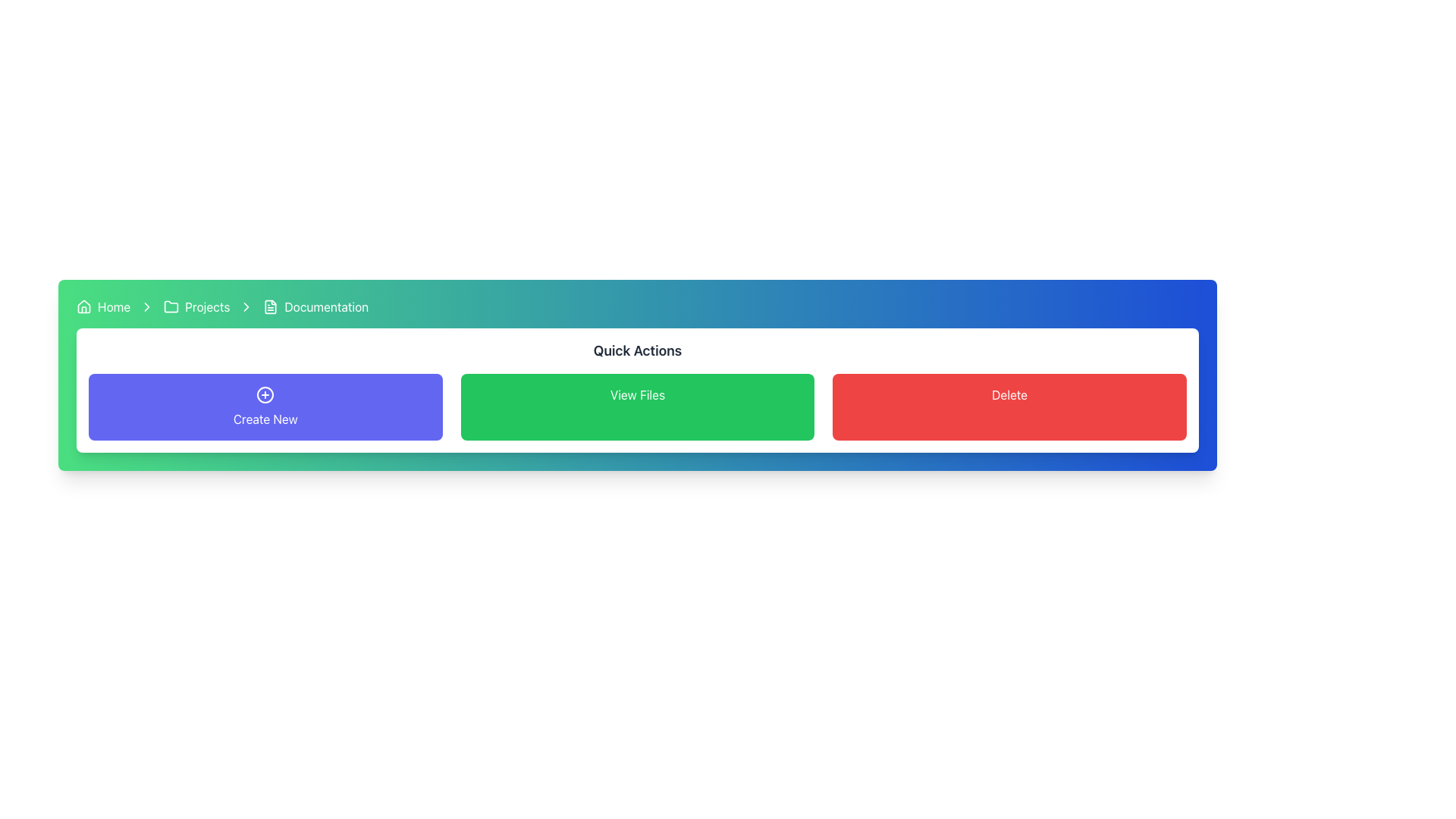 The height and width of the screenshot is (819, 1456). Describe the element at coordinates (265, 419) in the screenshot. I see `the text label located at the bottom center of the blue button labeled 'Create New' in the 'Quick Actions' section` at that location.